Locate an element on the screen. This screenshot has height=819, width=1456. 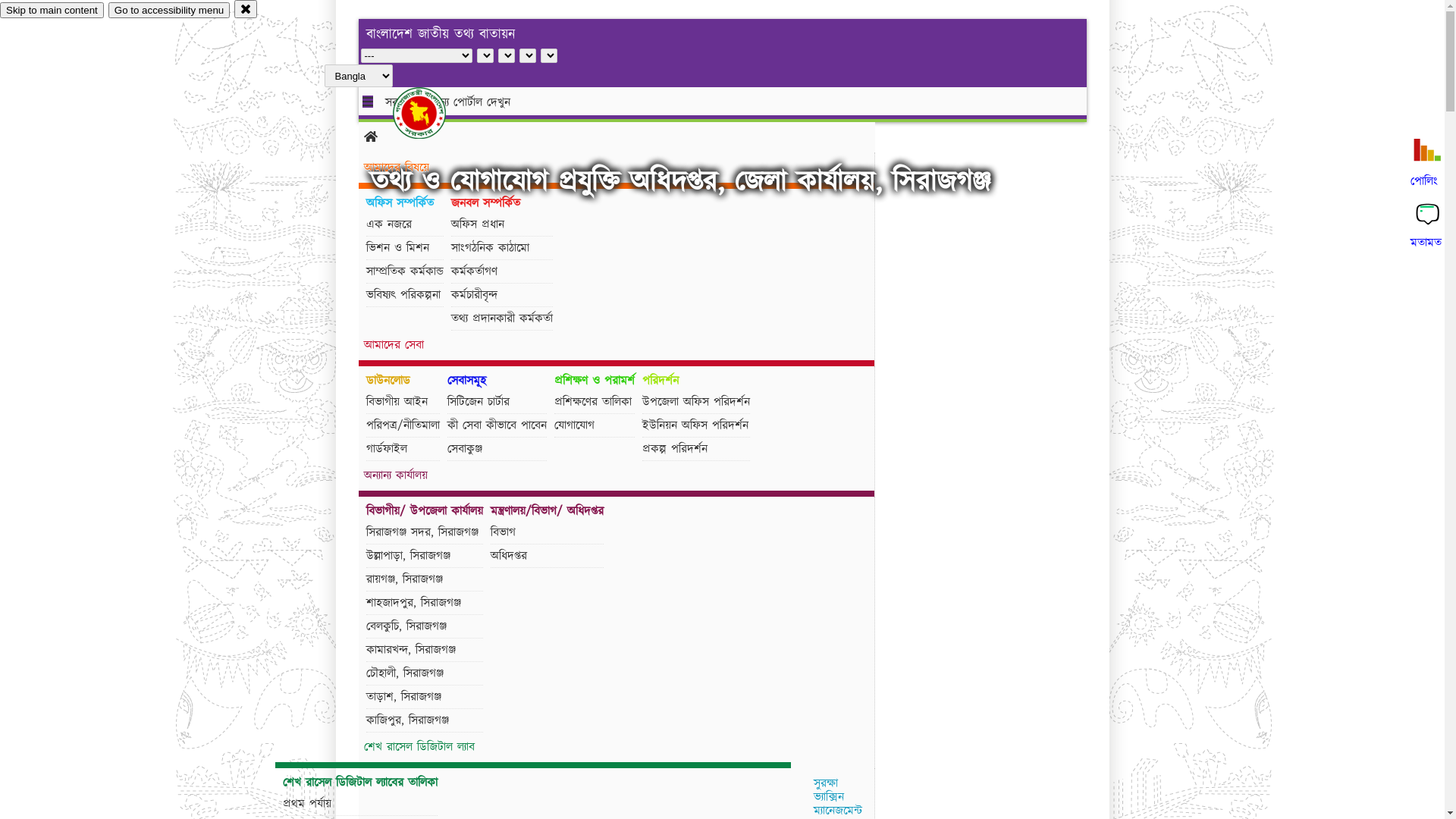
'Go to accessibility menu' is located at coordinates (168, 10).